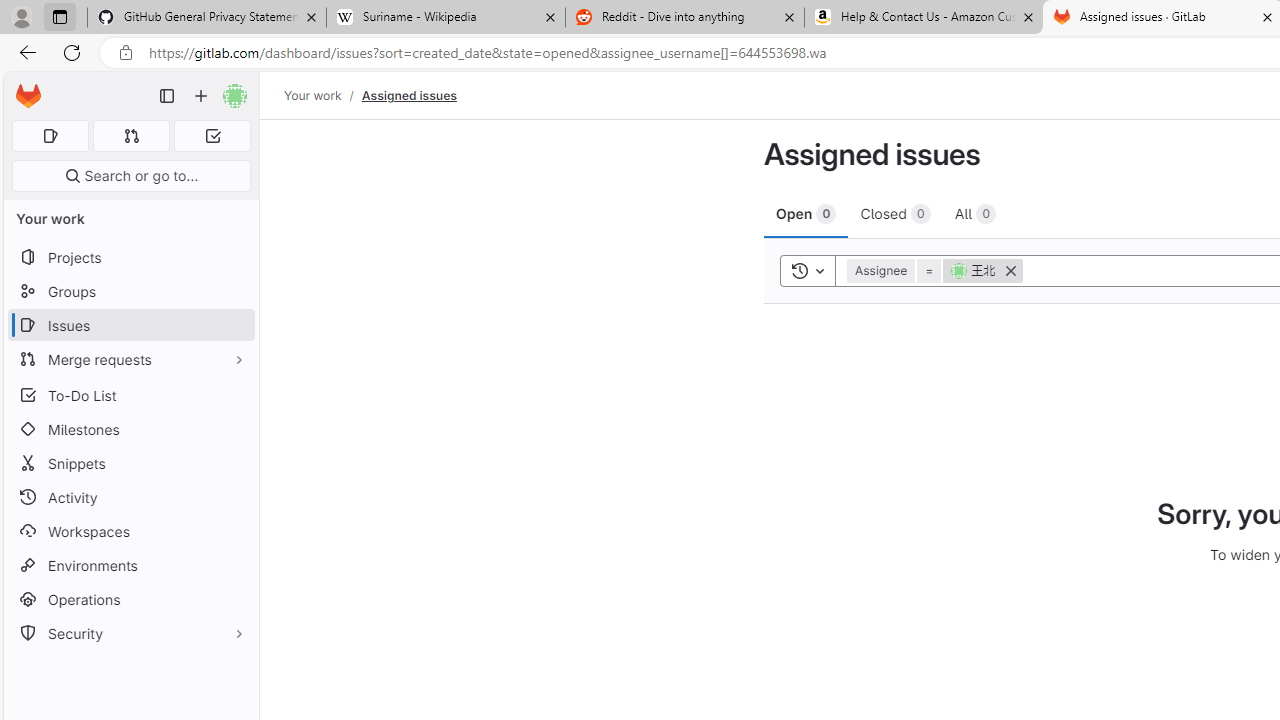 The height and width of the screenshot is (720, 1280). Describe the element at coordinates (407, 95) in the screenshot. I see `'Assigned issues'` at that location.